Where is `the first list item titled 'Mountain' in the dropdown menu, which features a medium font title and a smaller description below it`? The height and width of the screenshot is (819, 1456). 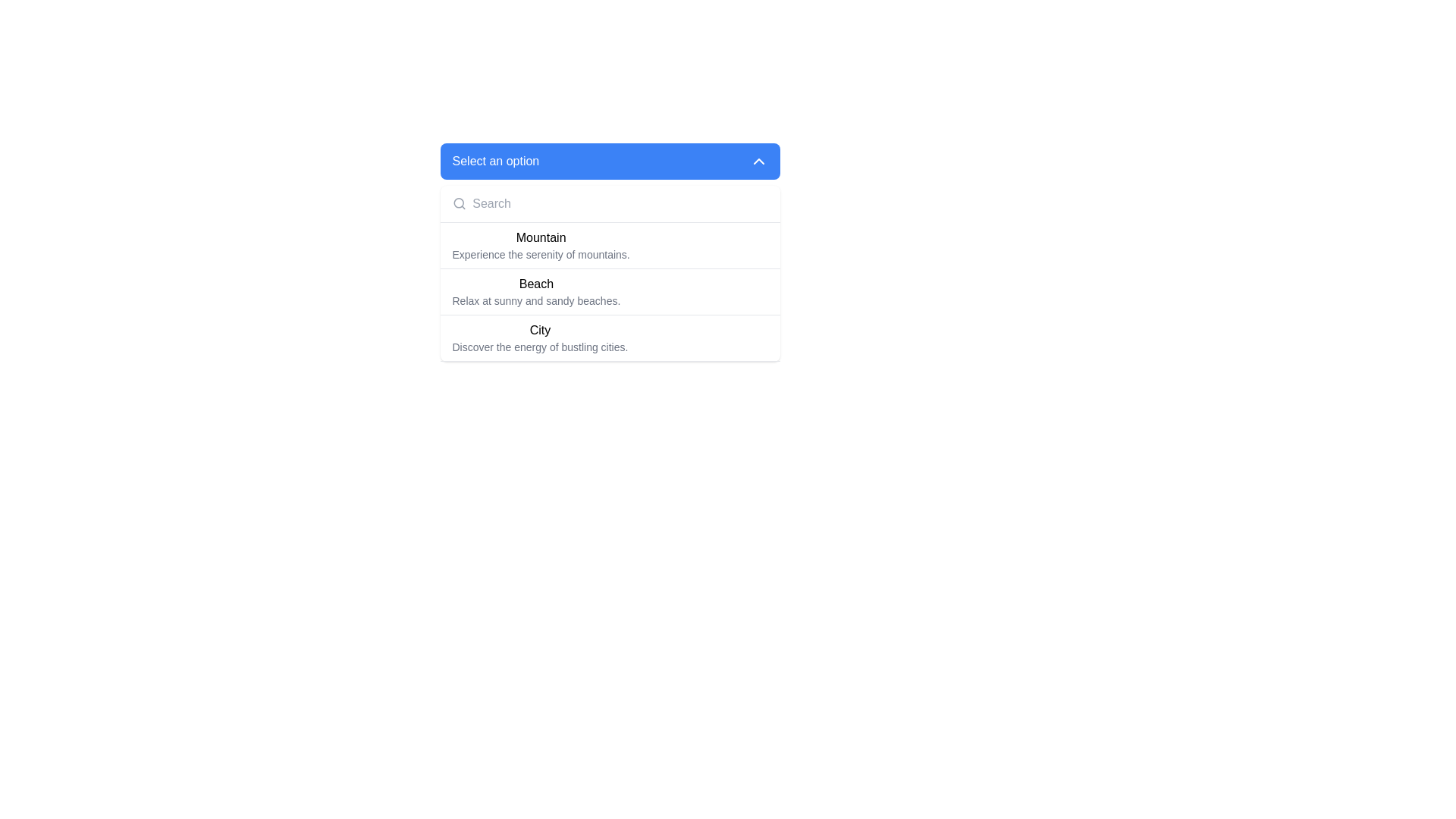
the first list item titled 'Mountain' in the dropdown menu, which features a medium font title and a smaller description below it is located at coordinates (610, 245).